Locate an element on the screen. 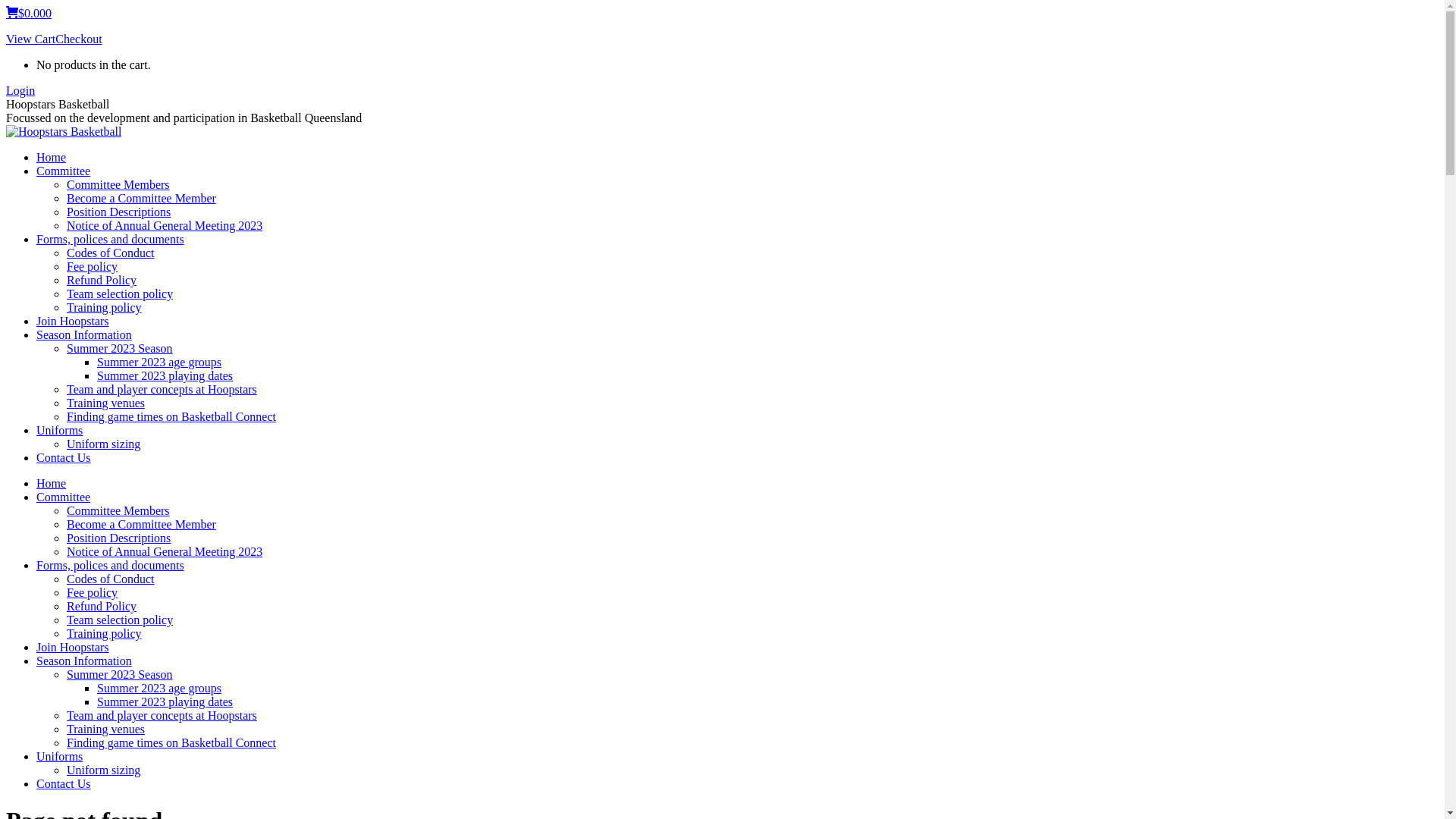  'Join Hoopstars' is located at coordinates (72, 320).